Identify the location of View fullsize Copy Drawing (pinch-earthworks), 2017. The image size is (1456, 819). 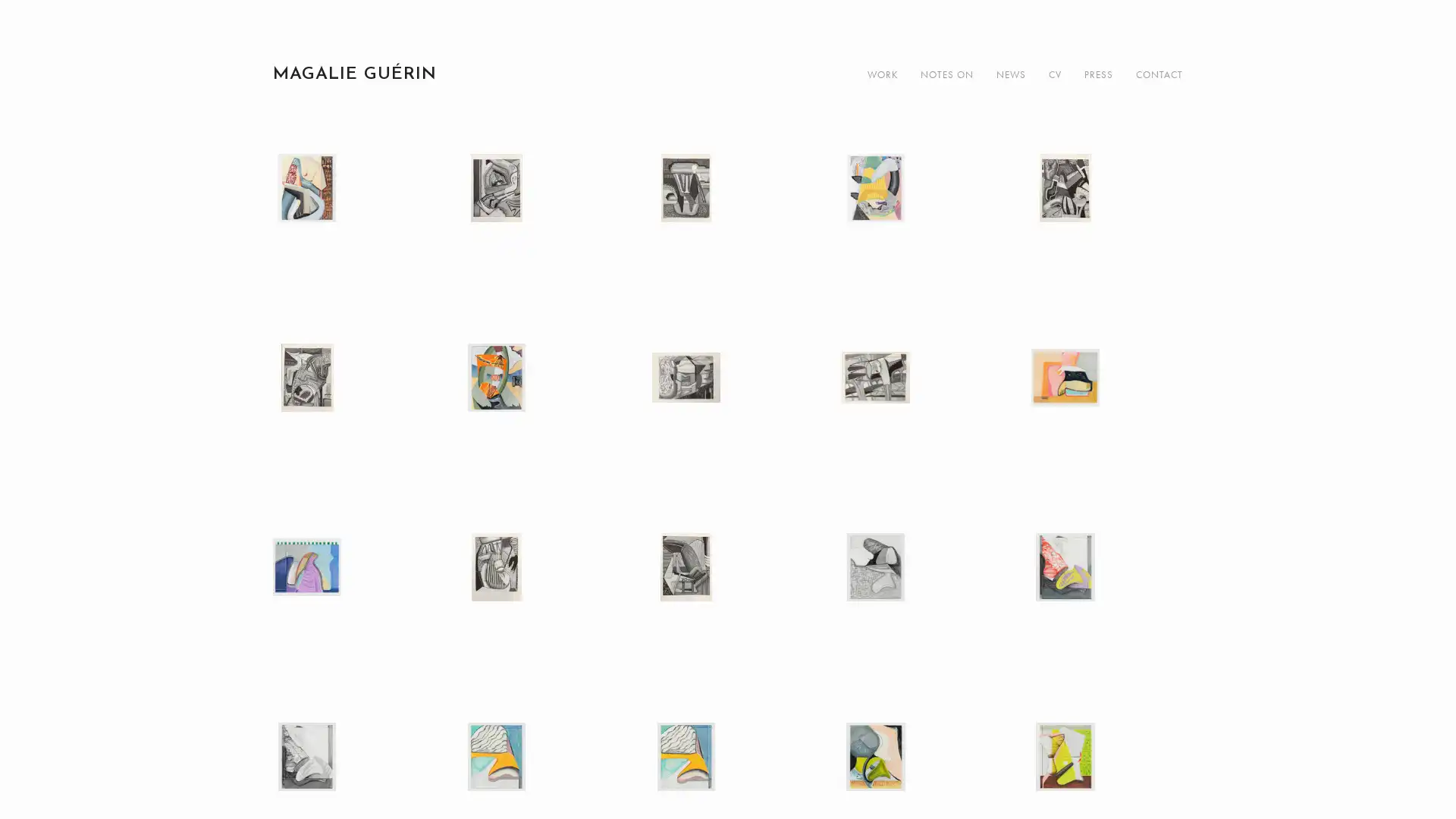
(538, 419).